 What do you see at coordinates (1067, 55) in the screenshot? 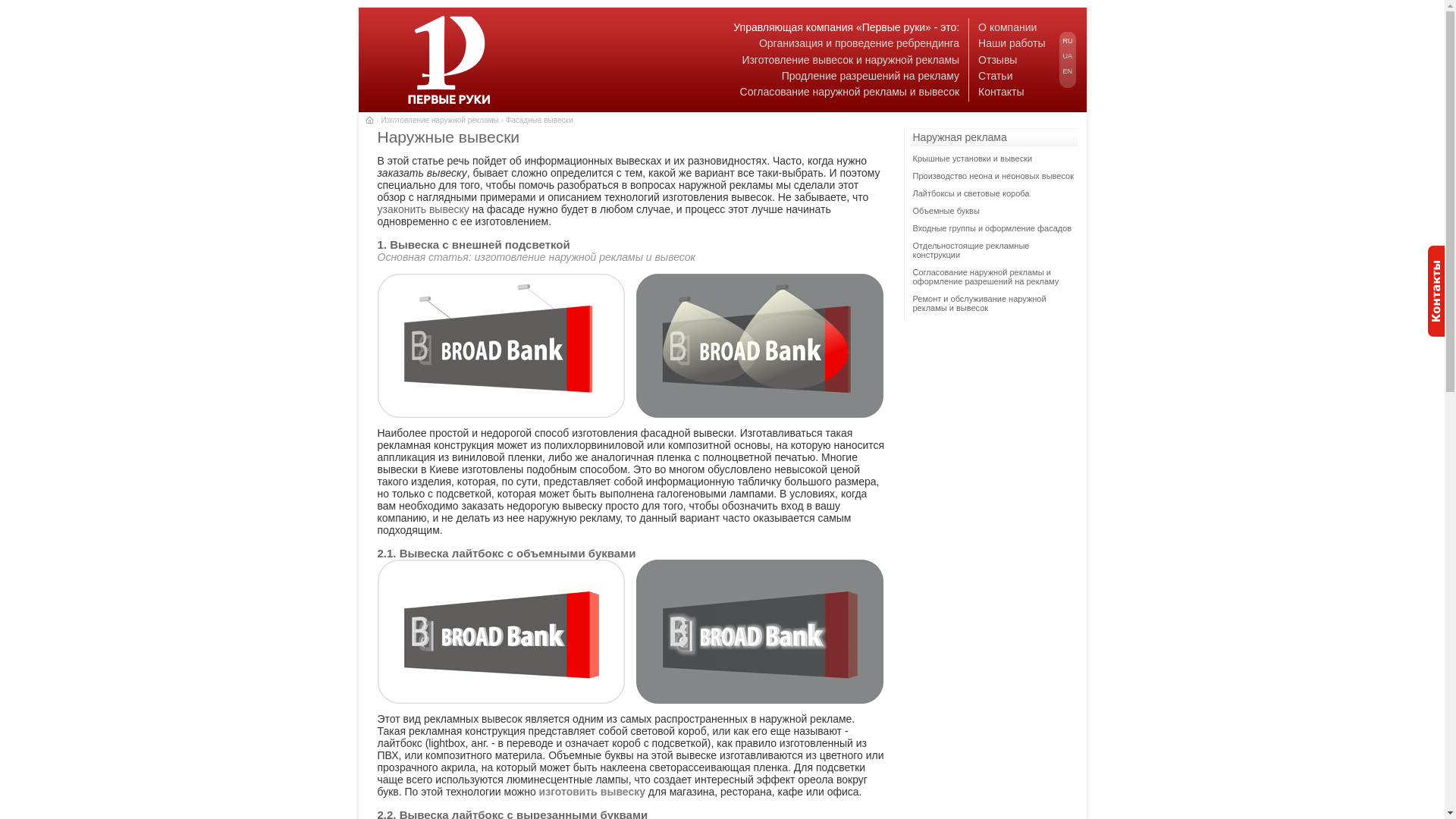
I see `'UA'` at bounding box center [1067, 55].